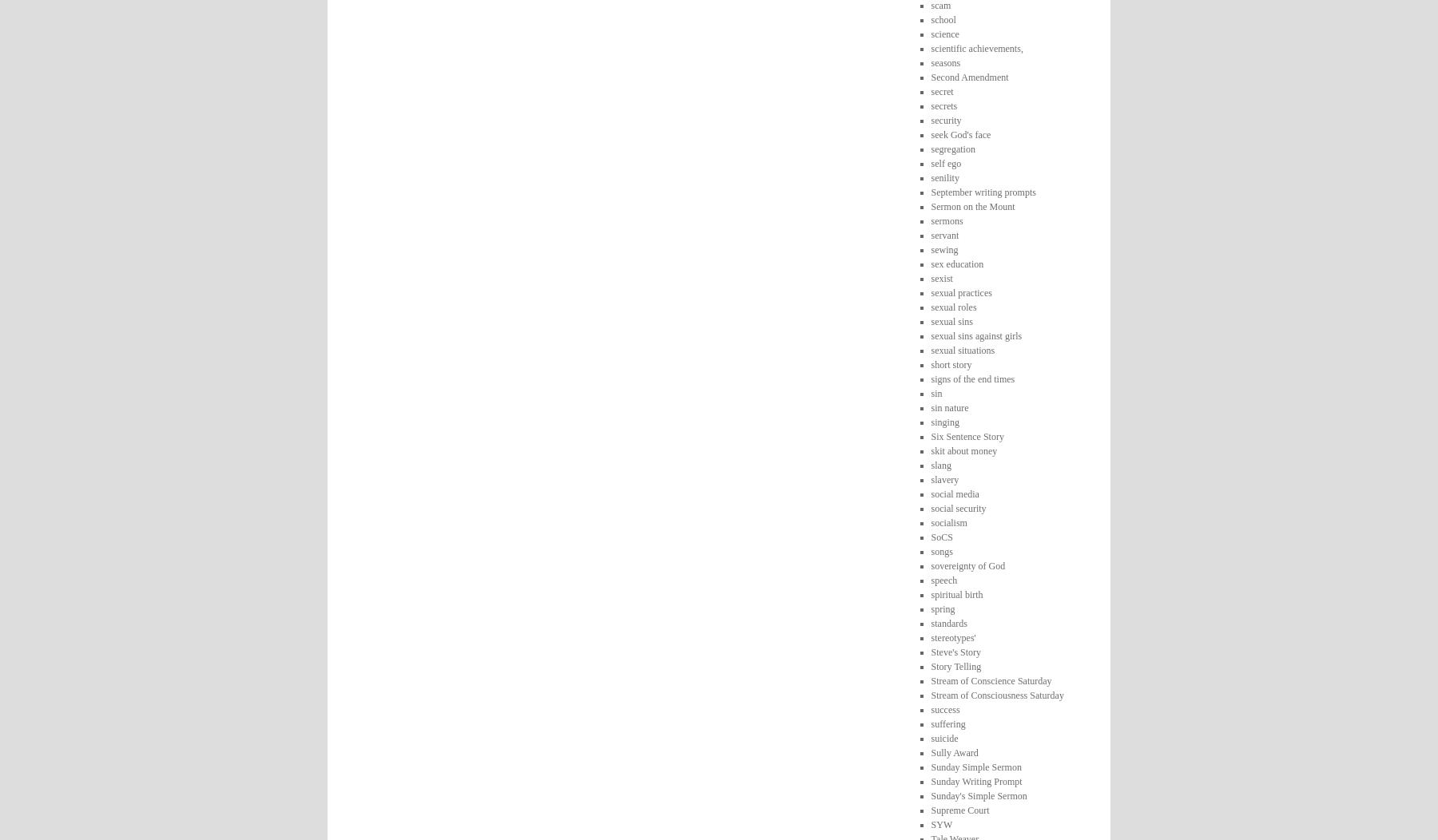 The height and width of the screenshot is (840, 1438). Describe the element at coordinates (943, 477) in the screenshot. I see `'slavery'` at that location.